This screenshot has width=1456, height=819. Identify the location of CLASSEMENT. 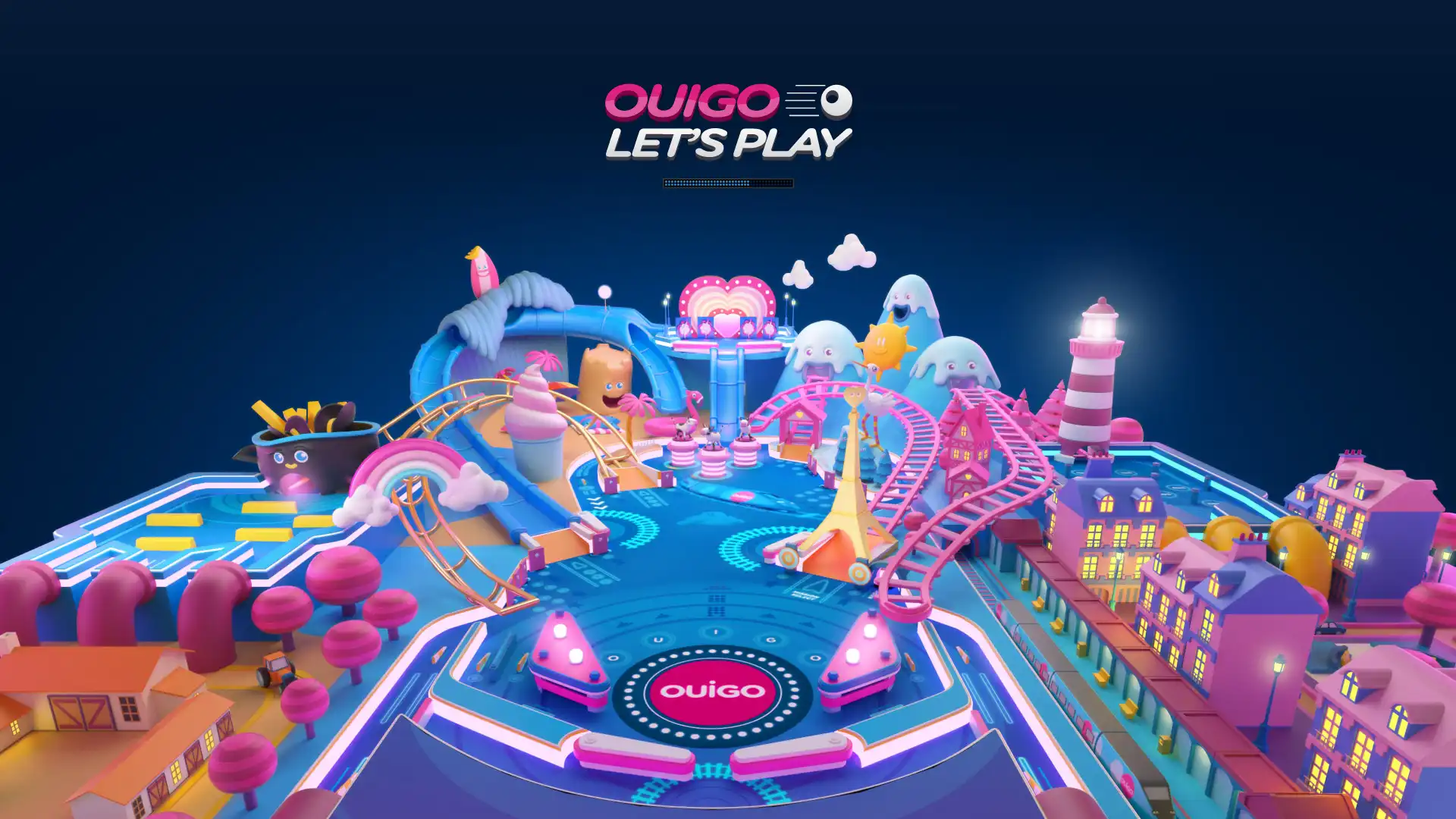
(728, 796).